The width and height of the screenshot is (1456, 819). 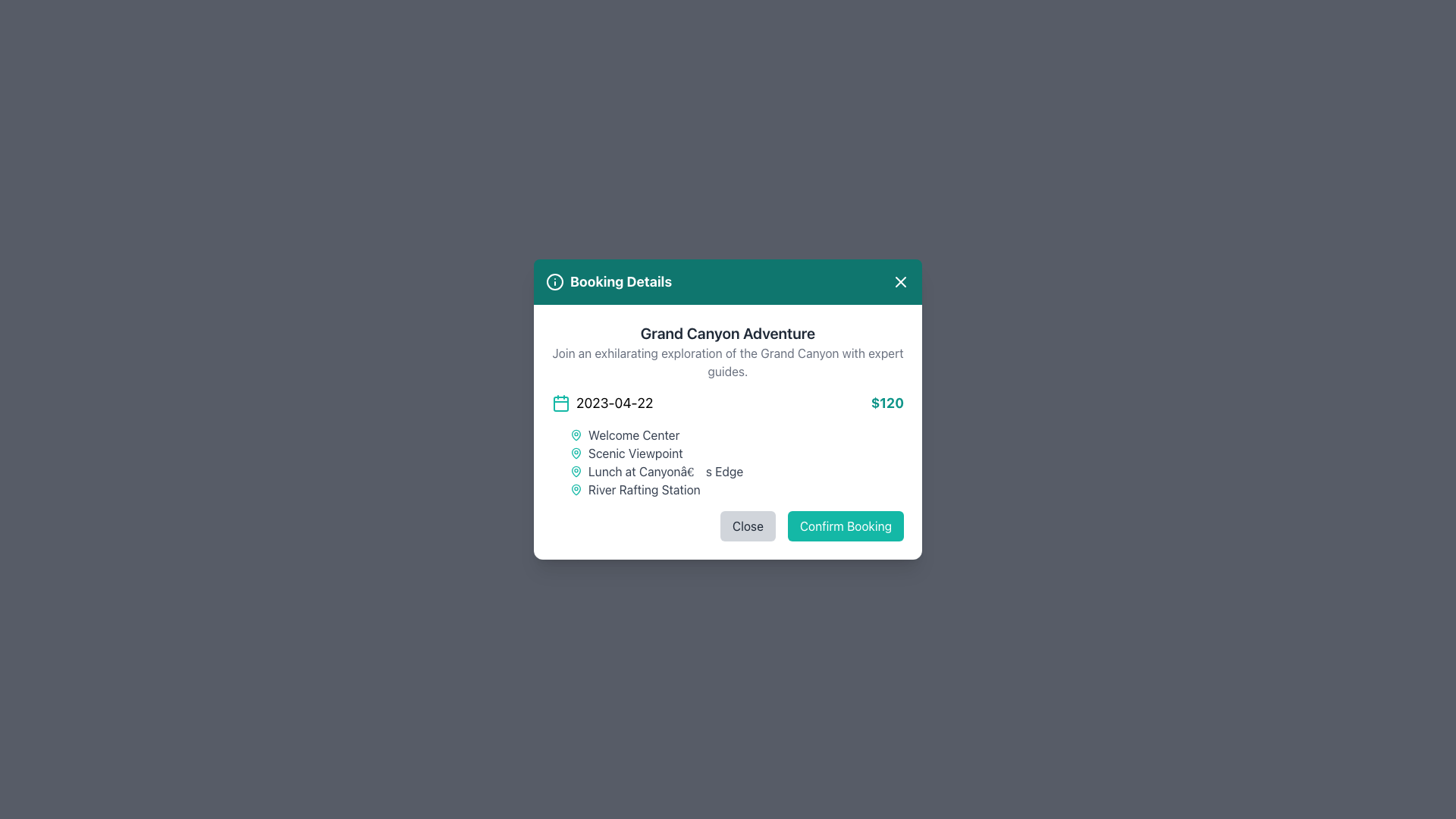 What do you see at coordinates (736, 470) in the screenshot?
I see `text of the List item displaying 'Lunch at Canyon’s Edge' with a teal location pin icon, which is the third item in the vertical list within the booking details modal` at bounding box center [736, 470].